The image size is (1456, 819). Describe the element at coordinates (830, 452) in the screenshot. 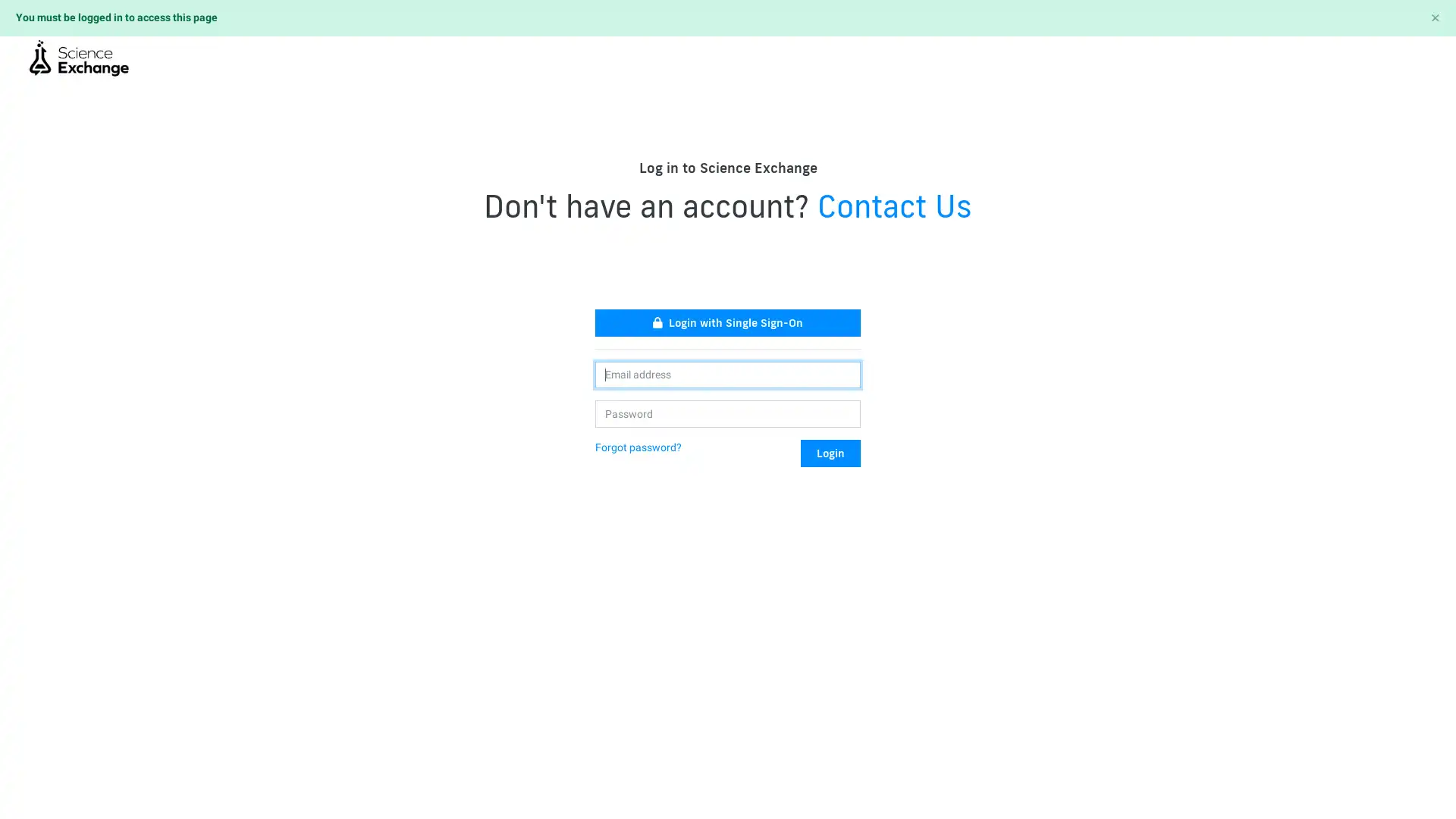

I see `Login` at that location.